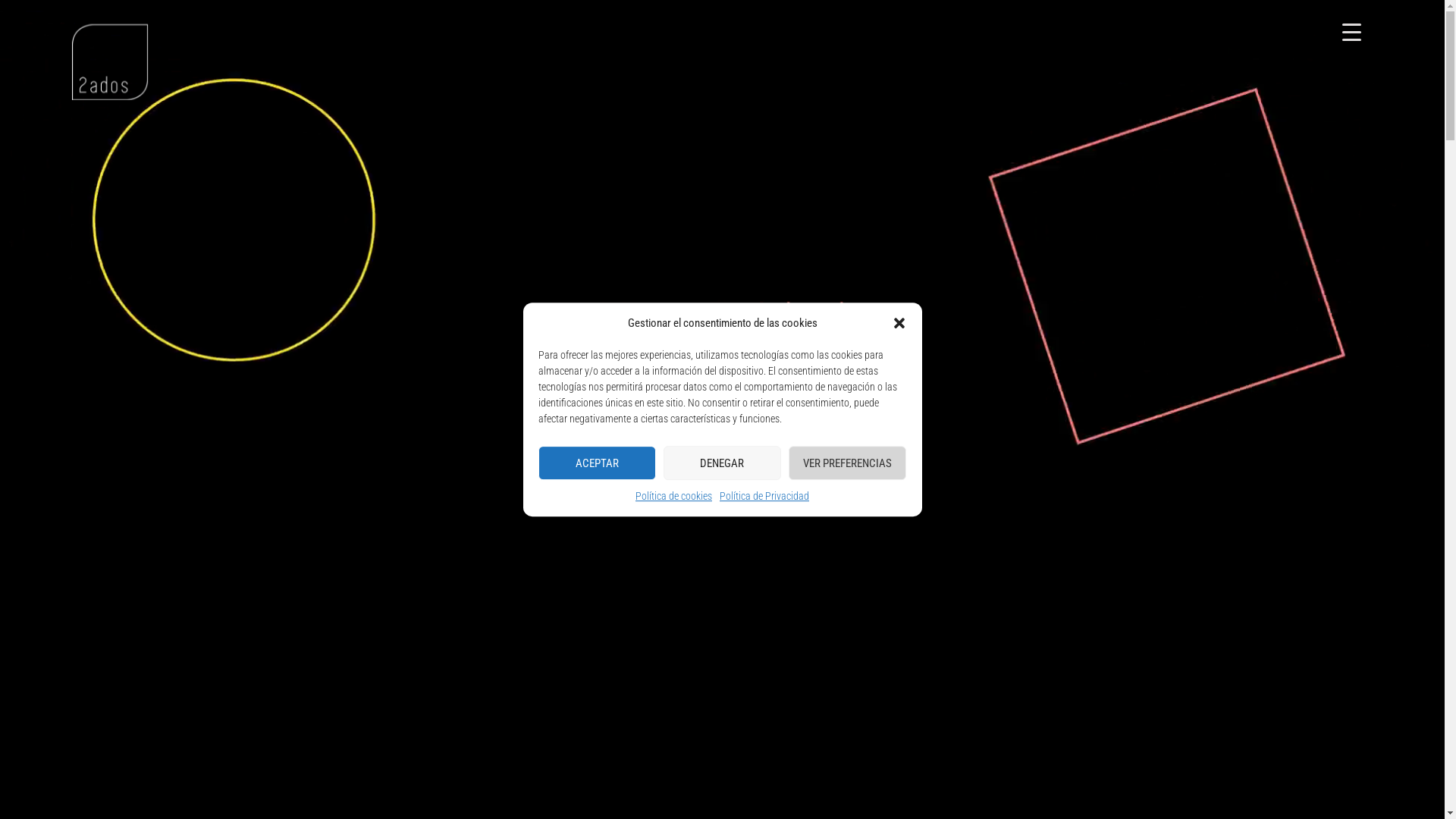 The image size is (1456, 819). I want to click on 'ACEPTAR', so click(538, 462).